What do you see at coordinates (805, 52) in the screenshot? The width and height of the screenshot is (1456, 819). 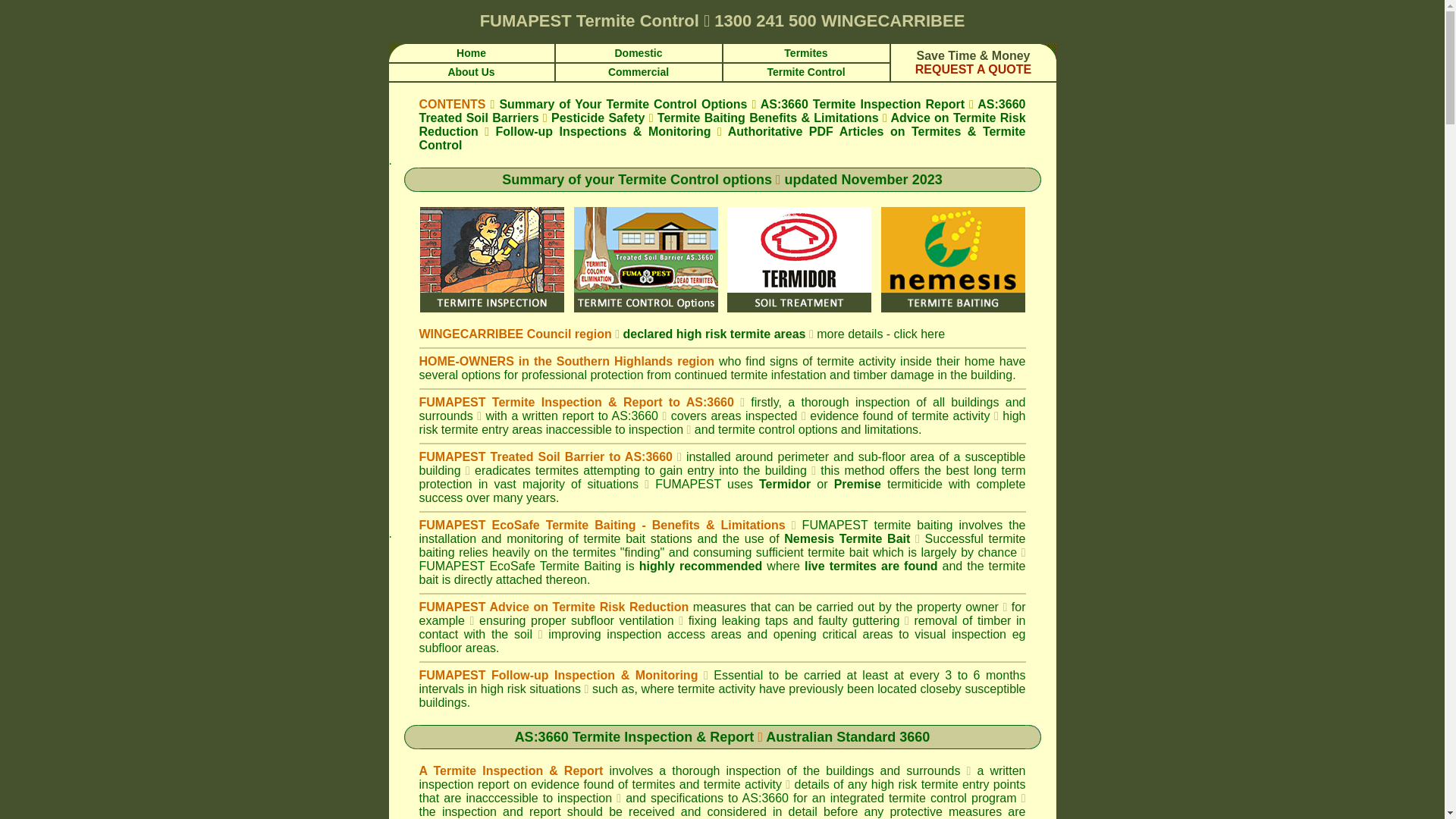 I see `'Termites'` at bounding box center [805, 52].